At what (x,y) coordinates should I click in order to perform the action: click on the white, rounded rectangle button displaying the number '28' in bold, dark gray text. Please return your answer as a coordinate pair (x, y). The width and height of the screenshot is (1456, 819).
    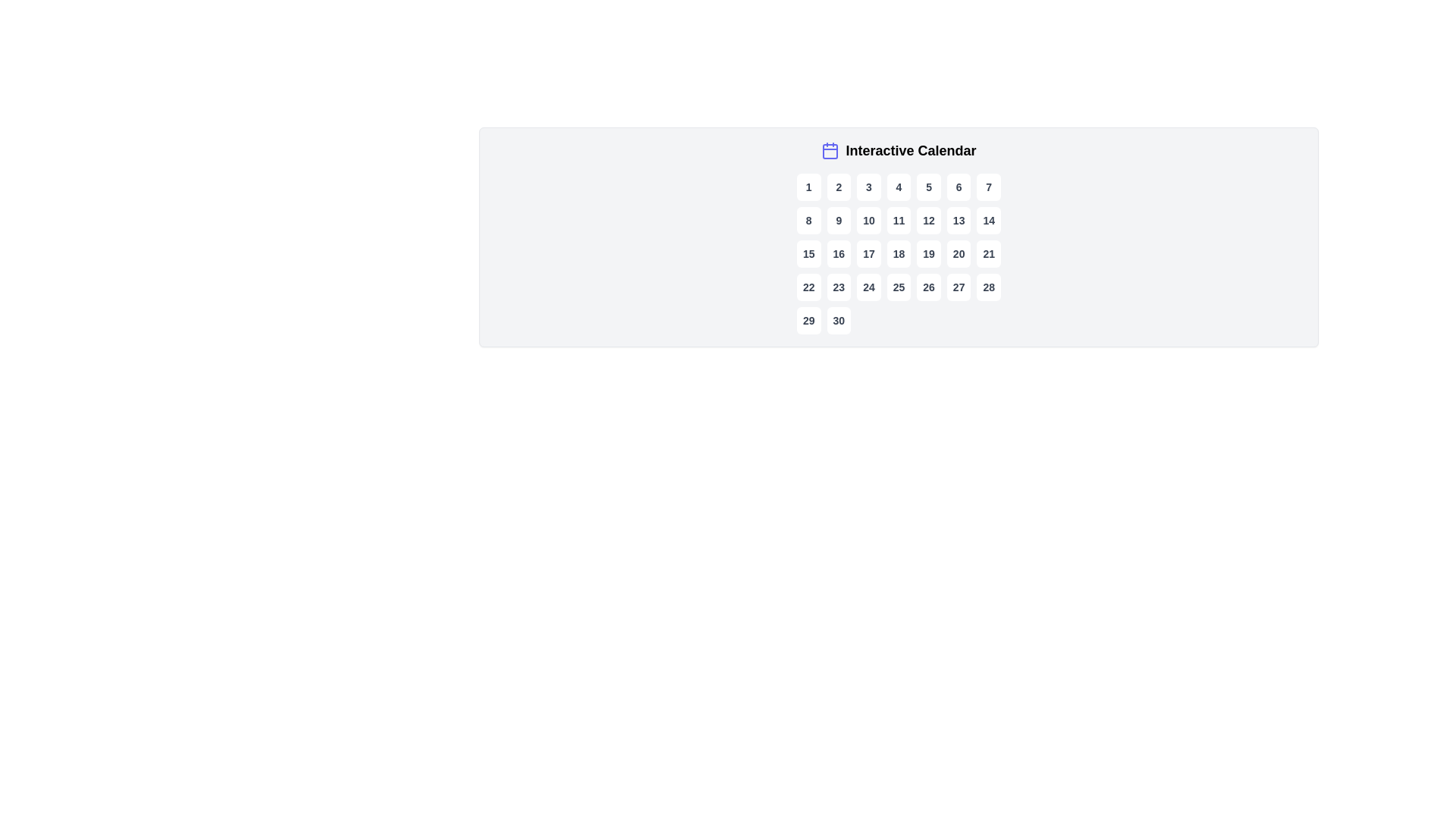
    Looking at the image, I should click on (989, 287).